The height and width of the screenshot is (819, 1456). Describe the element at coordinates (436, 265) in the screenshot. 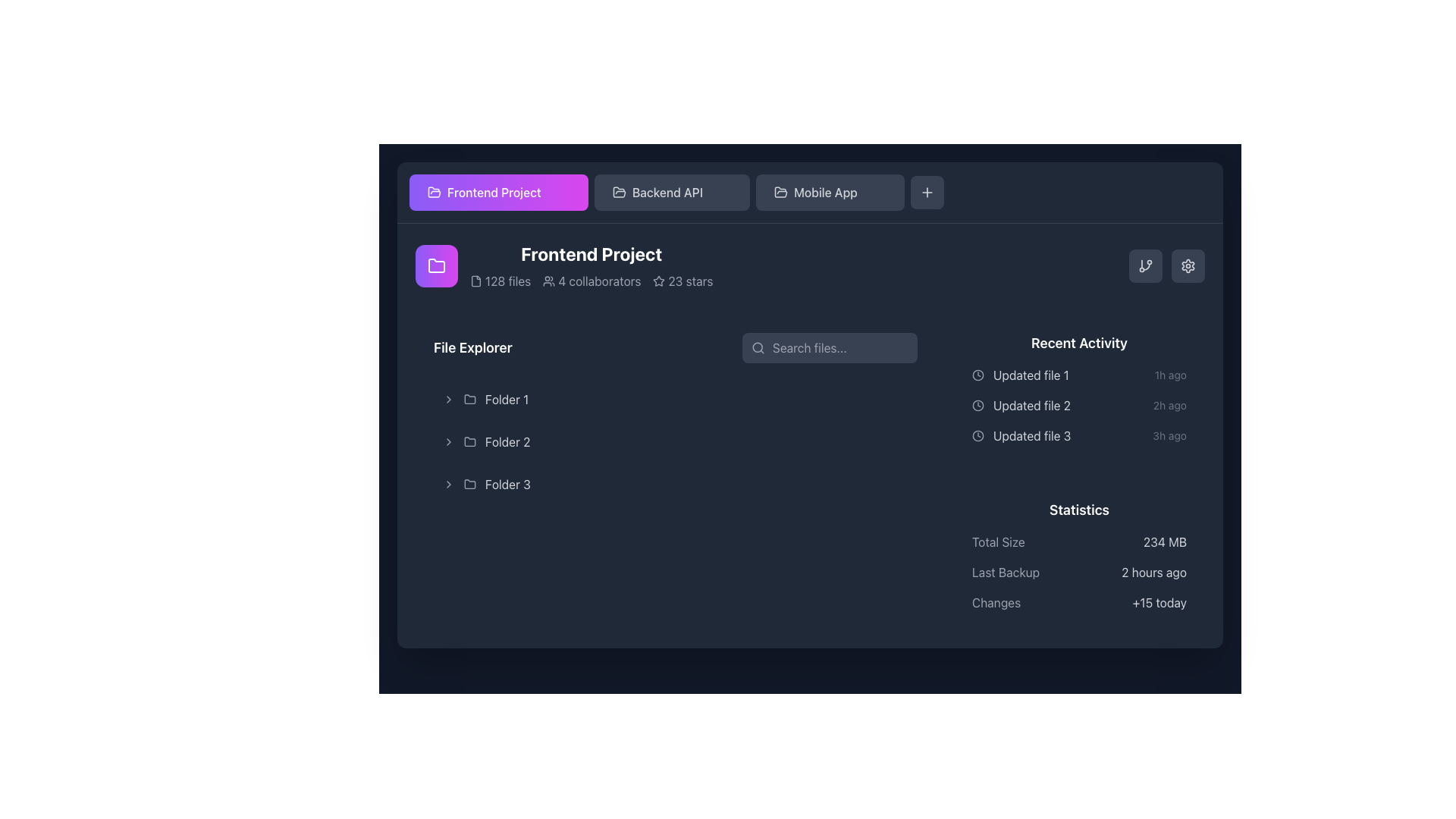

I see `the graphical icon representing the 'Frontend Project' section, located to the left of the text 'Frontend Project'` at that location.